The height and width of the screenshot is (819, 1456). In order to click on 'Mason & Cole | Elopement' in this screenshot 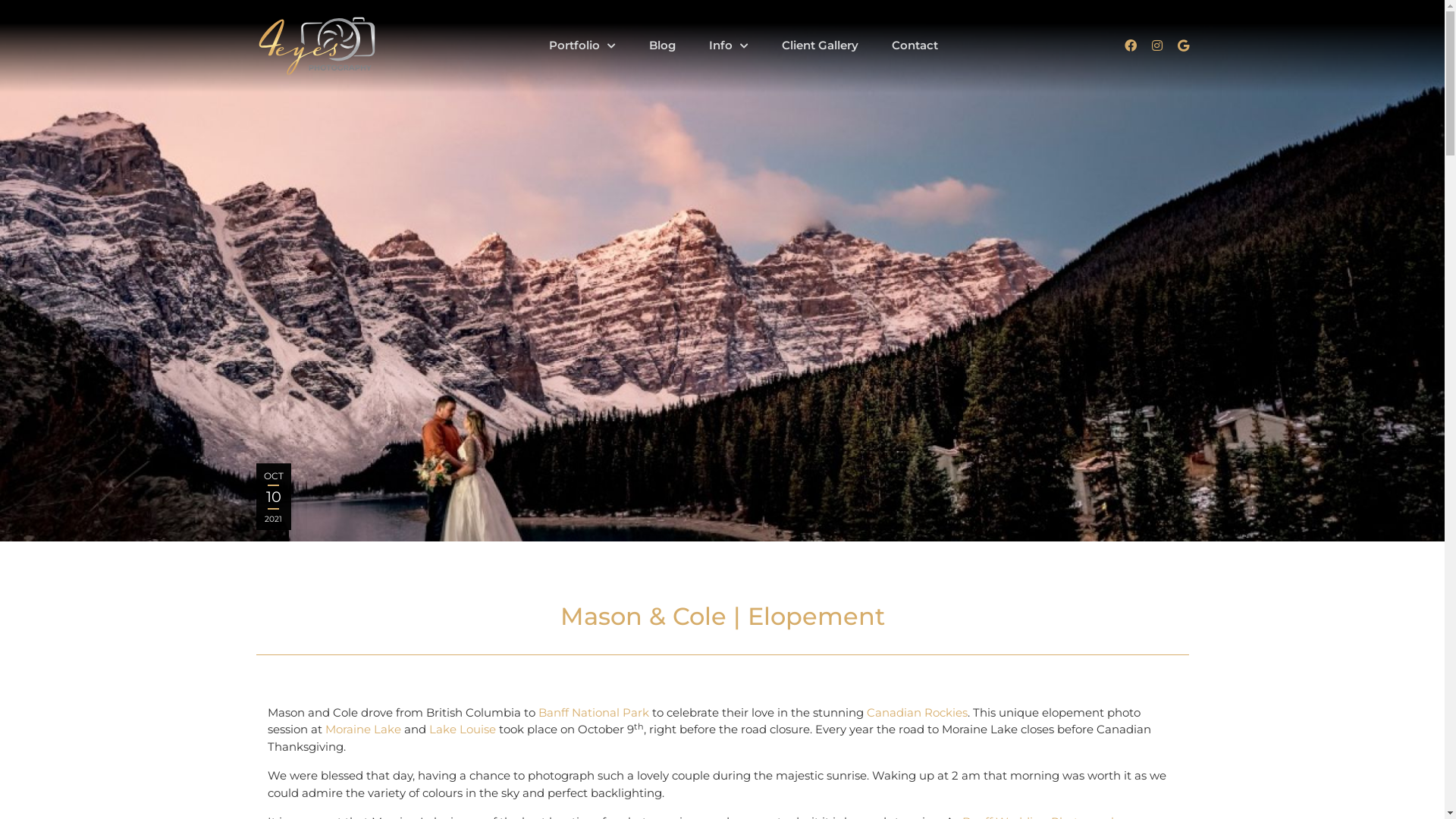, I will do `click(721, 270)`.